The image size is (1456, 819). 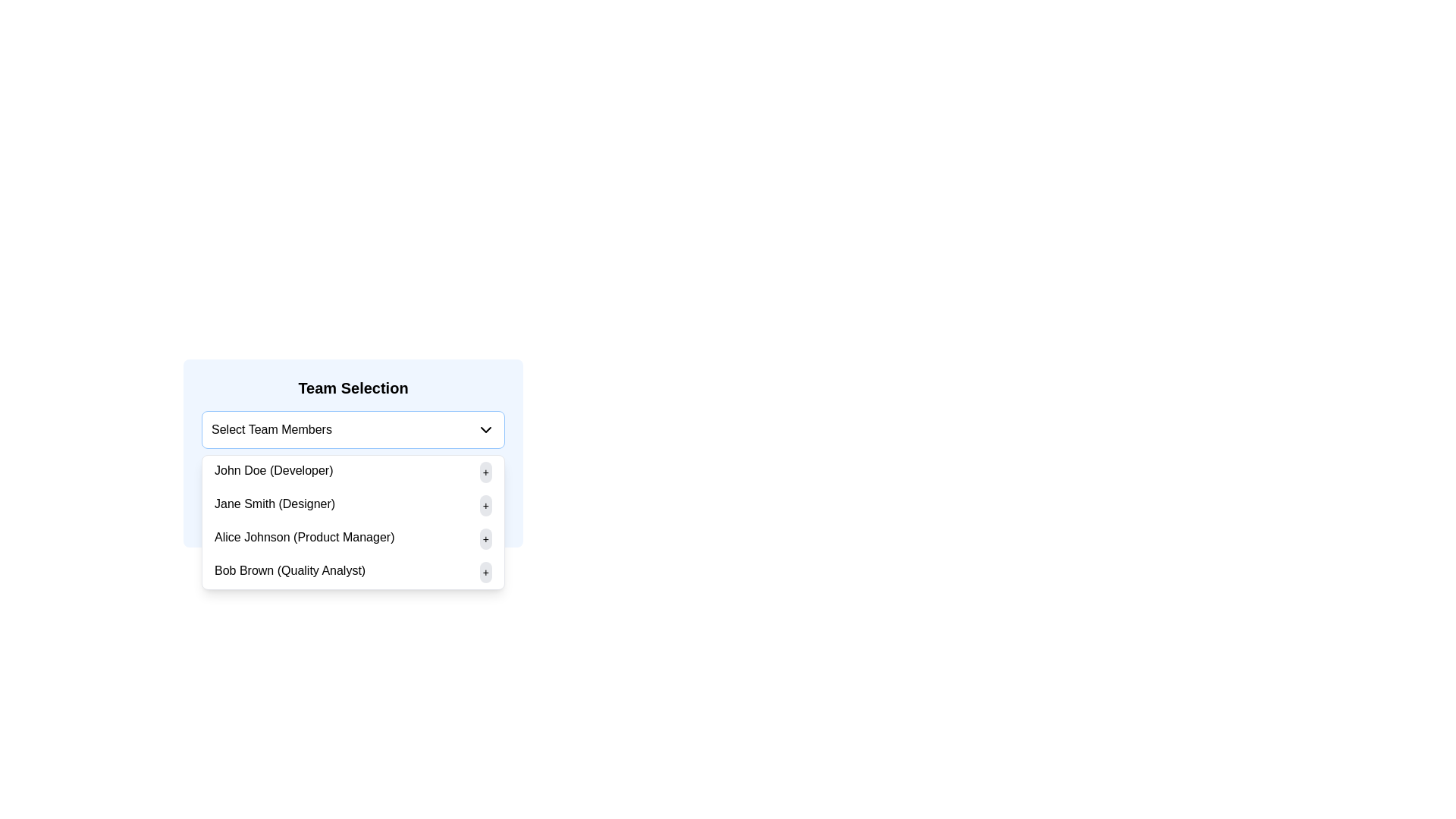 What do you see at coordinates (275, 506) in the screenshot?
I see `the text label displaying 'Jane Smith (Designer)' which is the second item in the dropdown menu labeled 'Select Team Members'` at bounding box center [275, 506].